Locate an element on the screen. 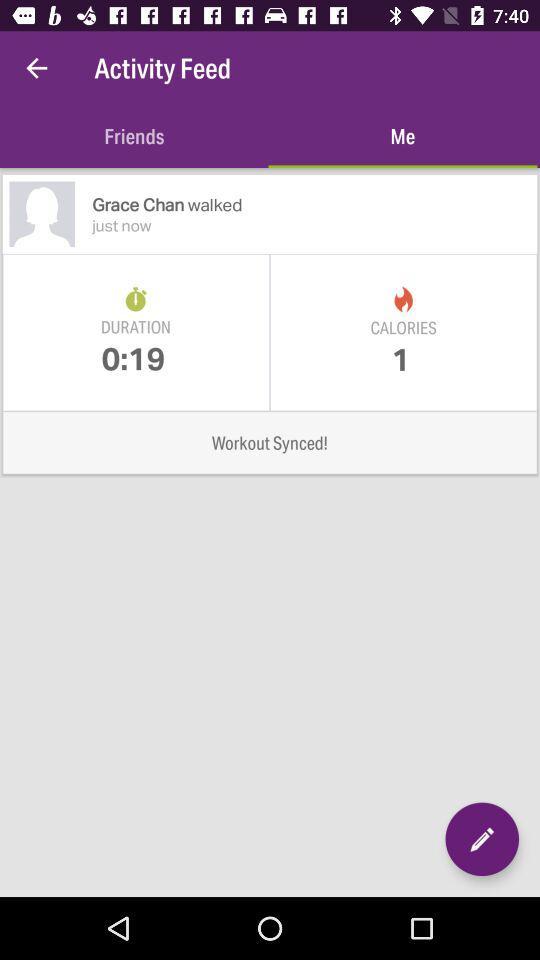 Image resolution: width=540 pixels, height=960 pixels. a place to edit the details on the page is located at coordinates (481, 839).